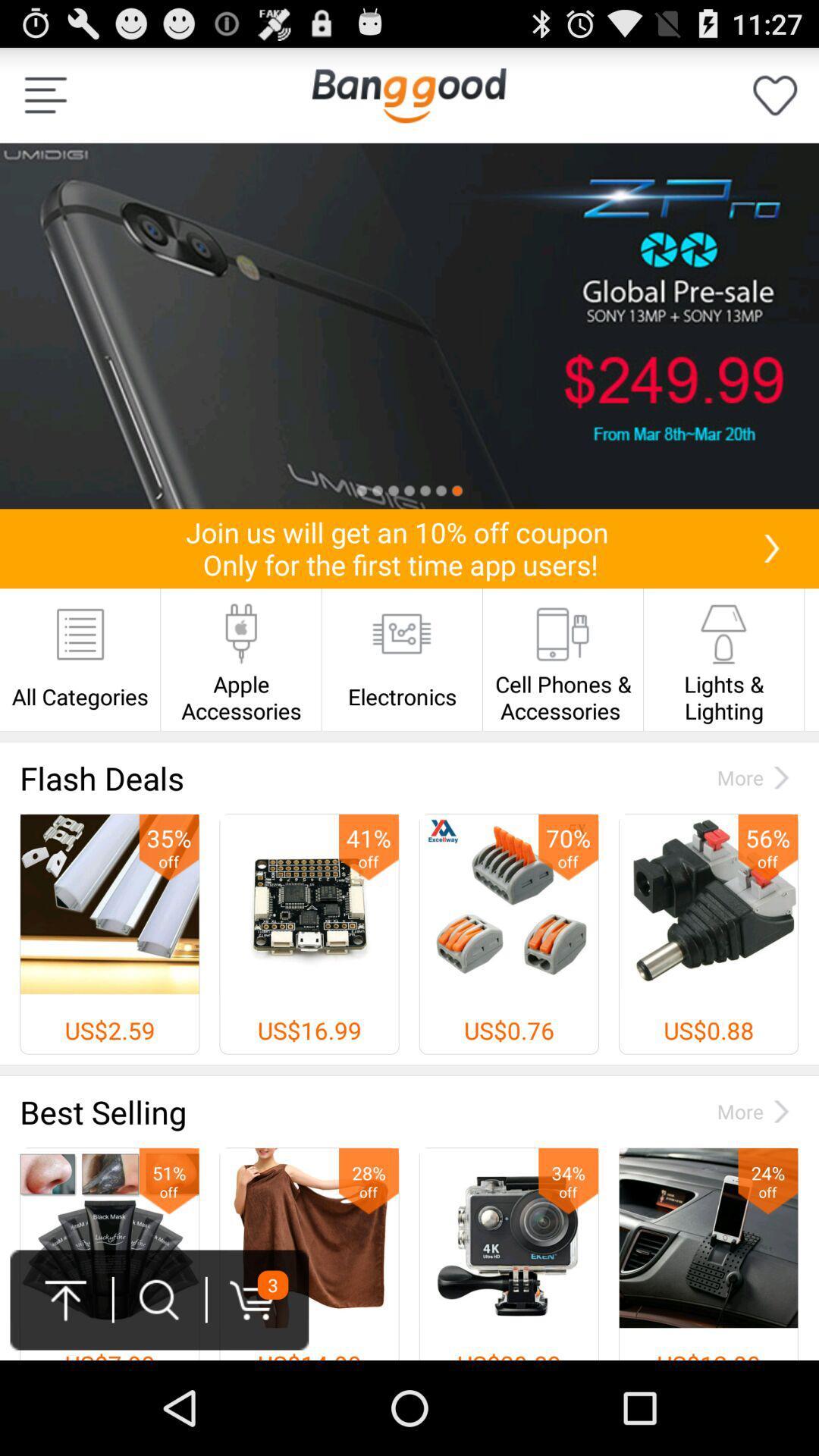  I want to click on the favorite icon, so click(775, 101).